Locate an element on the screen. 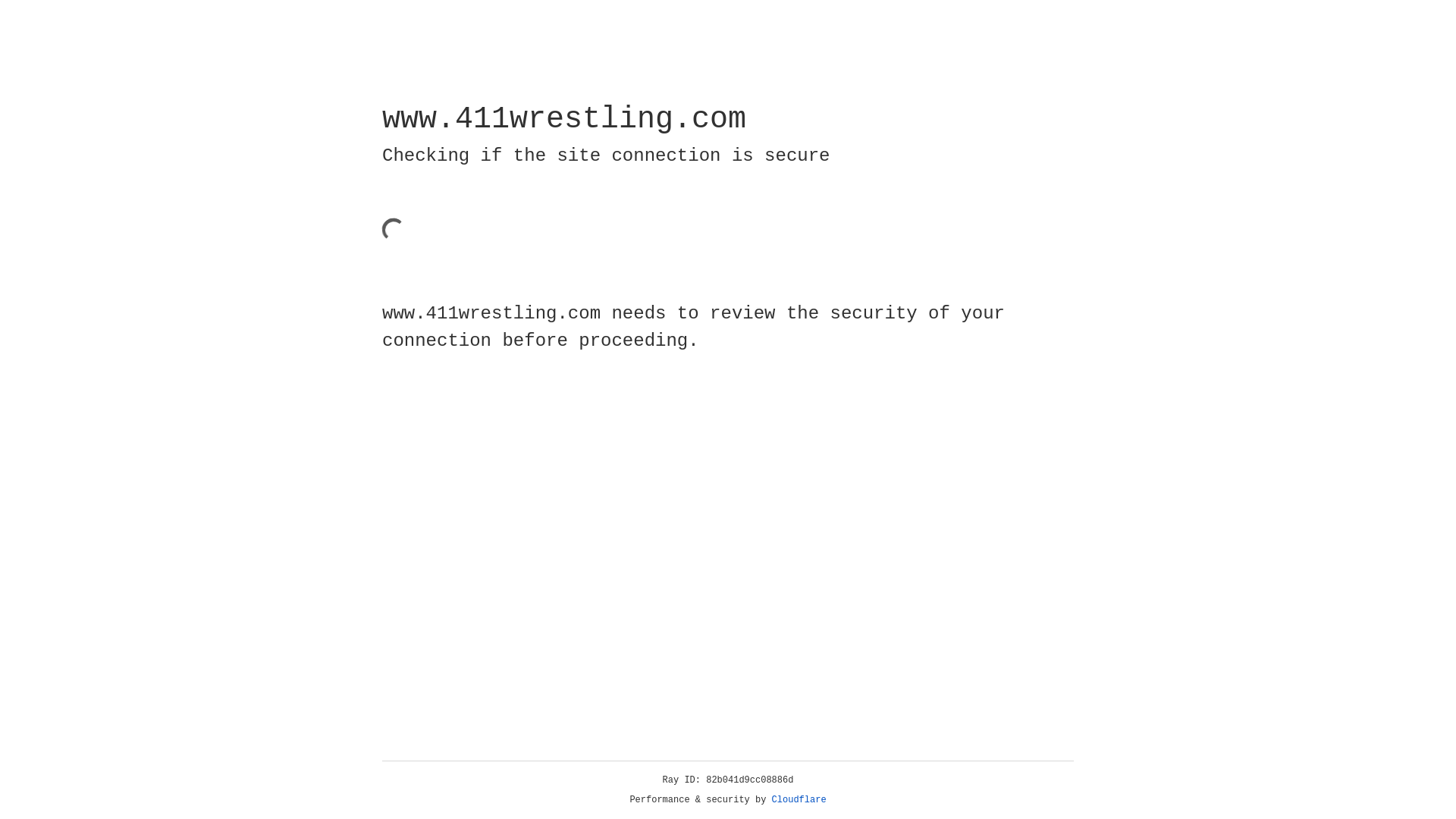  'Cloudflare' is located at coordinates (799, 799).